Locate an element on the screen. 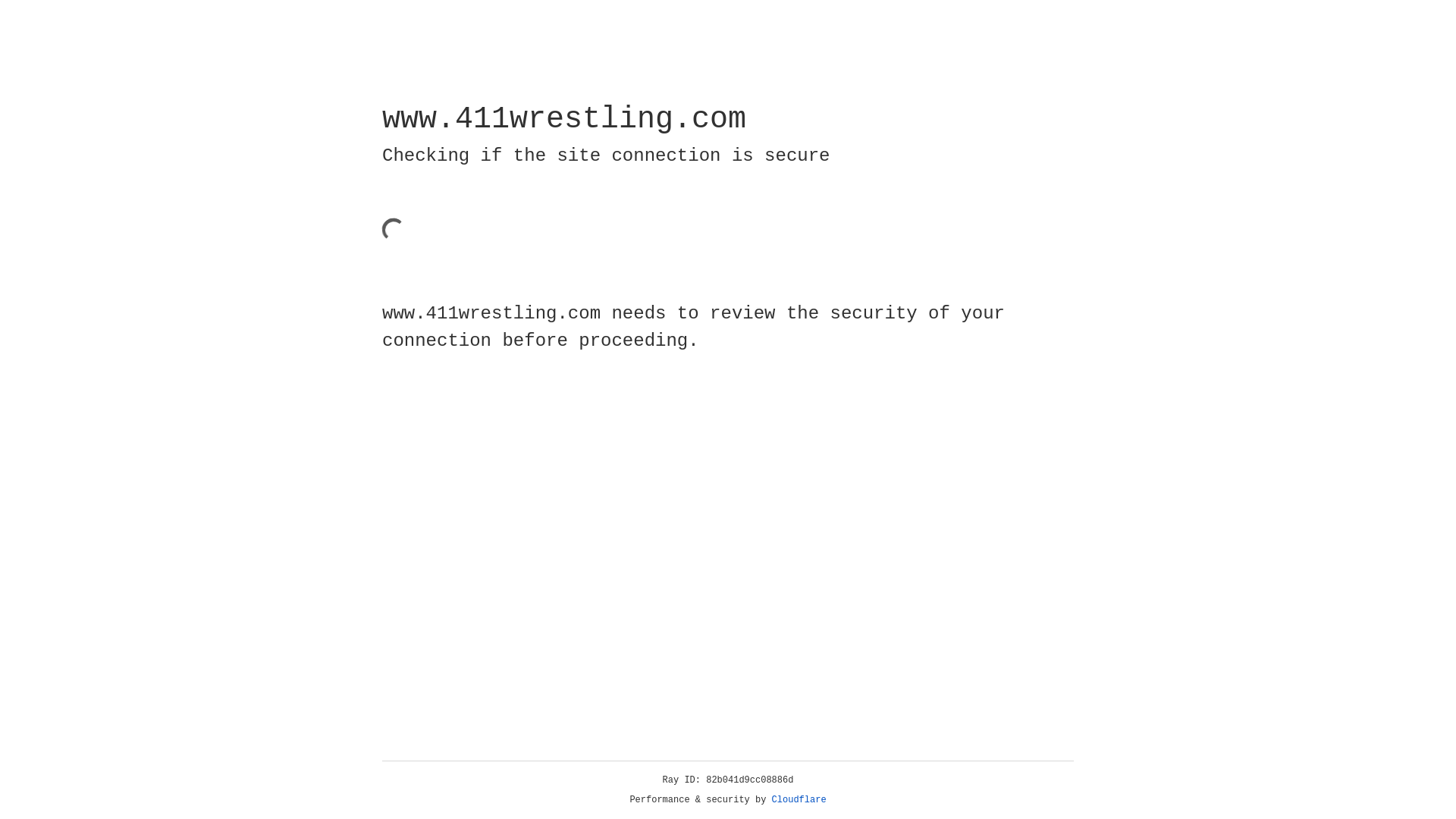  'Cloudflare' is located at coordinates (799, 799).